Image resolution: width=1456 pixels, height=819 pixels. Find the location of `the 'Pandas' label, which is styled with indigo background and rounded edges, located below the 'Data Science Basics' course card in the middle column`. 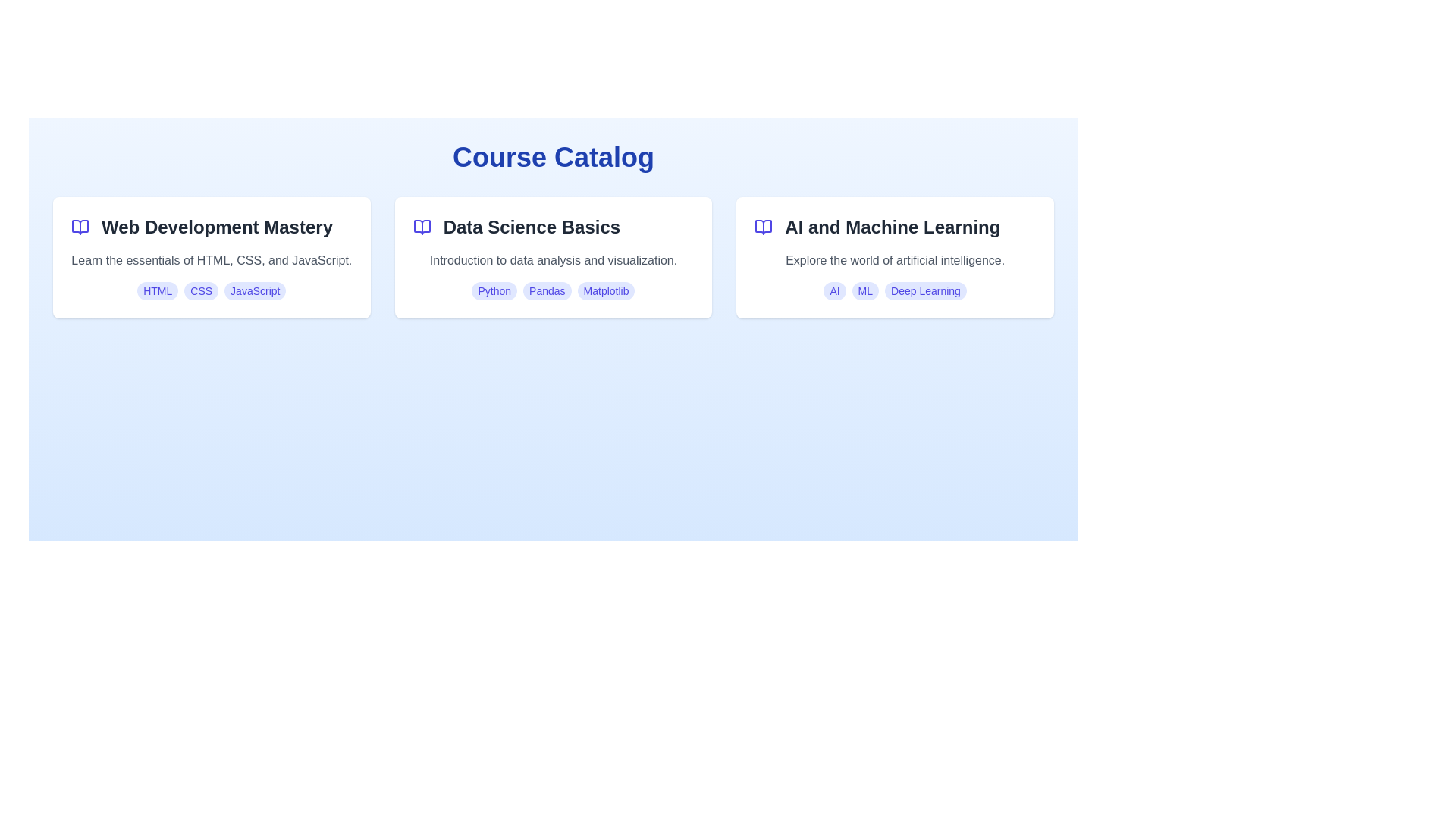

the 'Pandas' label, which is styled with indigo background and rounded edges, located below the 'Data Science Basics' course card in the middle column is located at coordinates (546, 291).